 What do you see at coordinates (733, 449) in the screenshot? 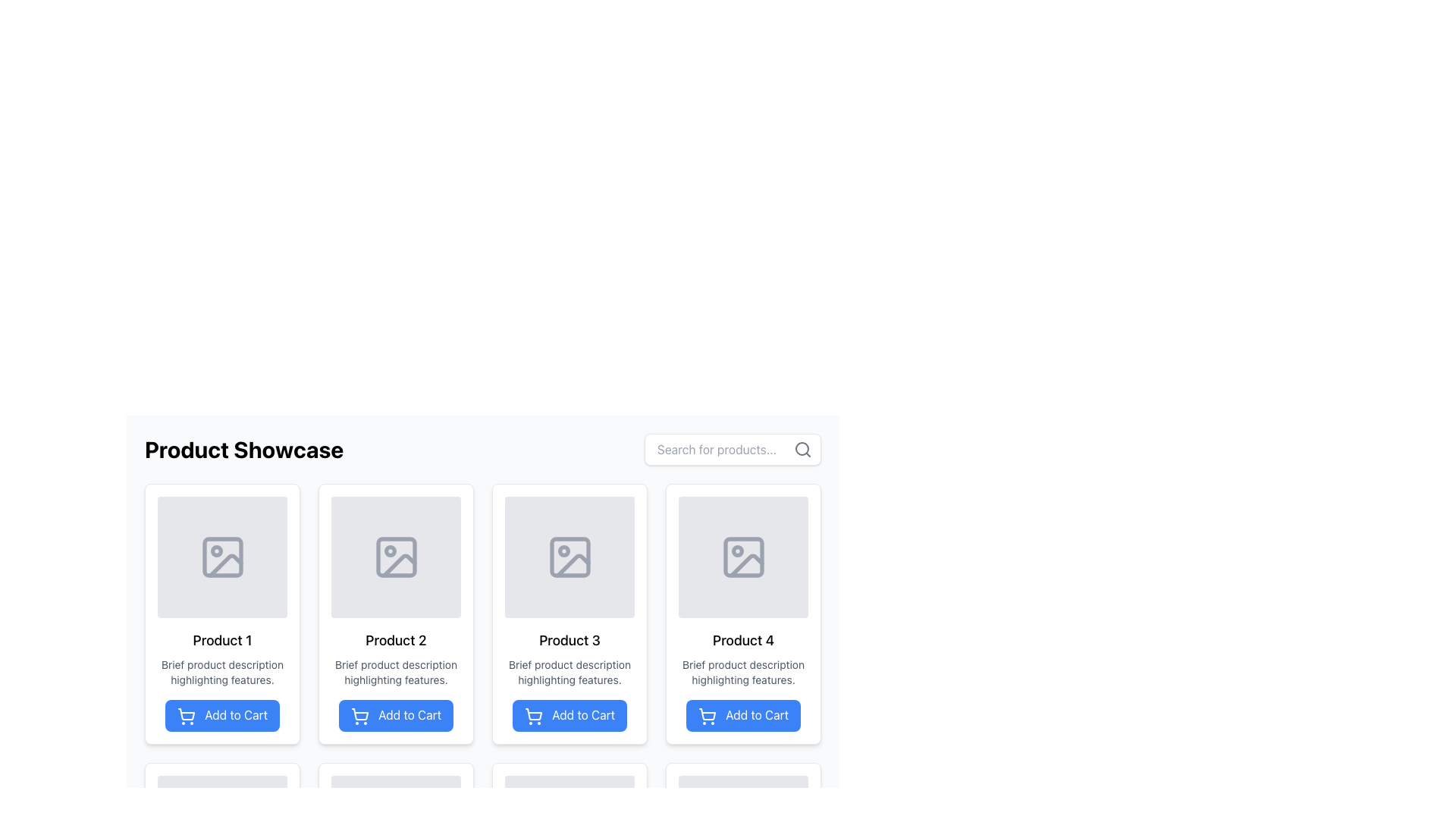
I see `the Text Input Field that has the placeholder 'Search for products...' by clicking on it to clear any typed text` at bounding box center [733, 449].